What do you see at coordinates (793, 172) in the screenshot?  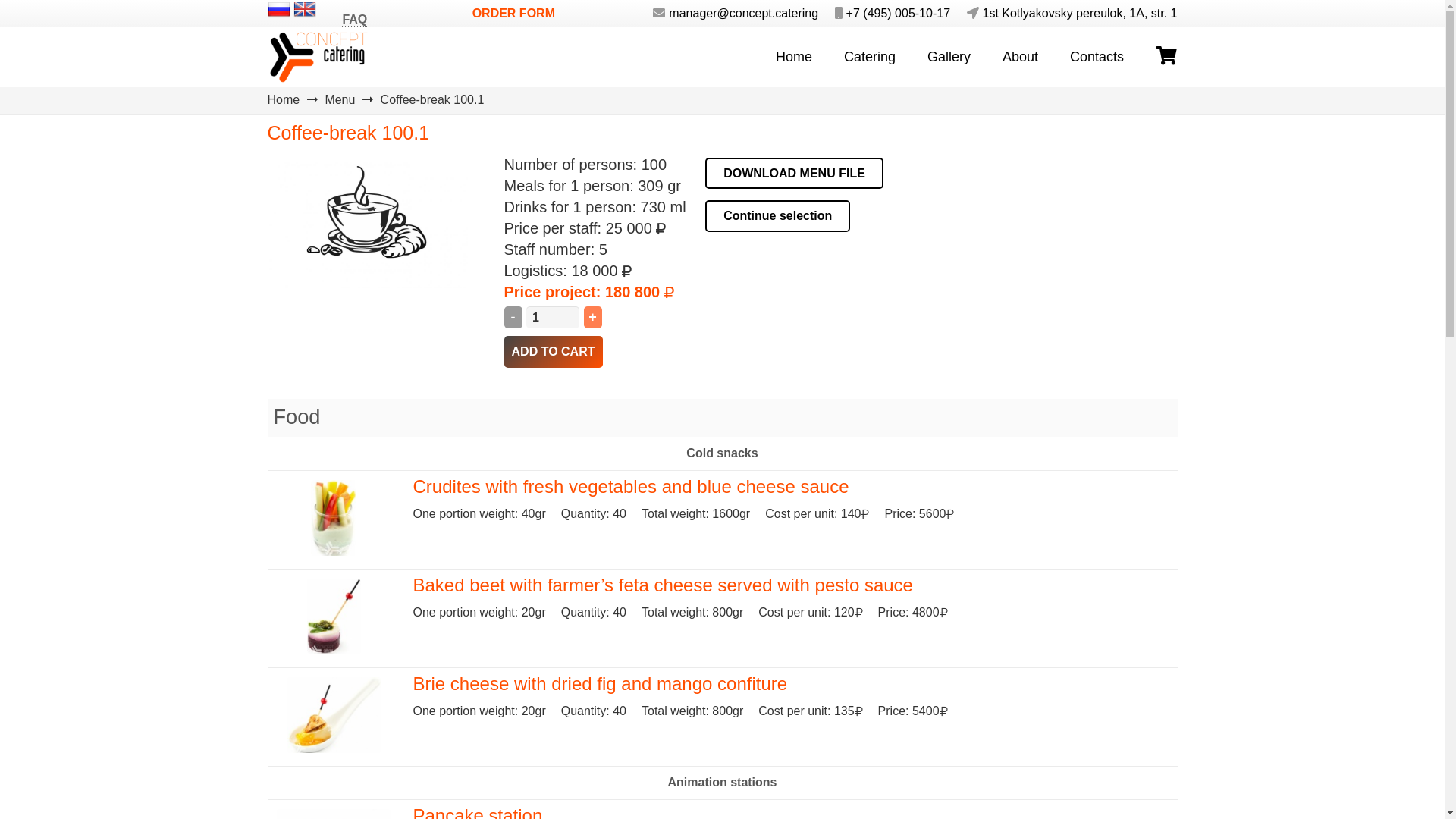 I see `'DOWNLOAD MENU FILE'` at bounding box center [793, 172].